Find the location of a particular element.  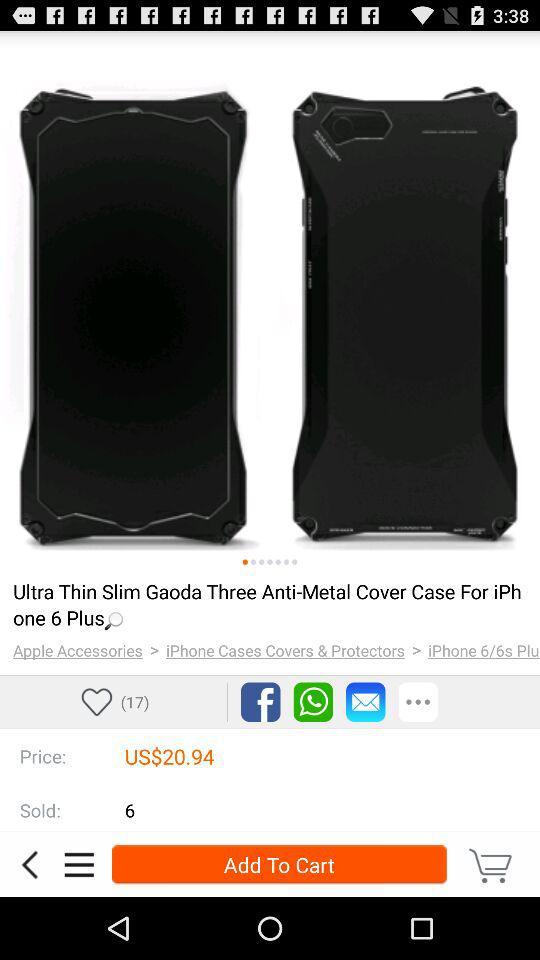

icon above the loading... is located at coordinates (277, 562).